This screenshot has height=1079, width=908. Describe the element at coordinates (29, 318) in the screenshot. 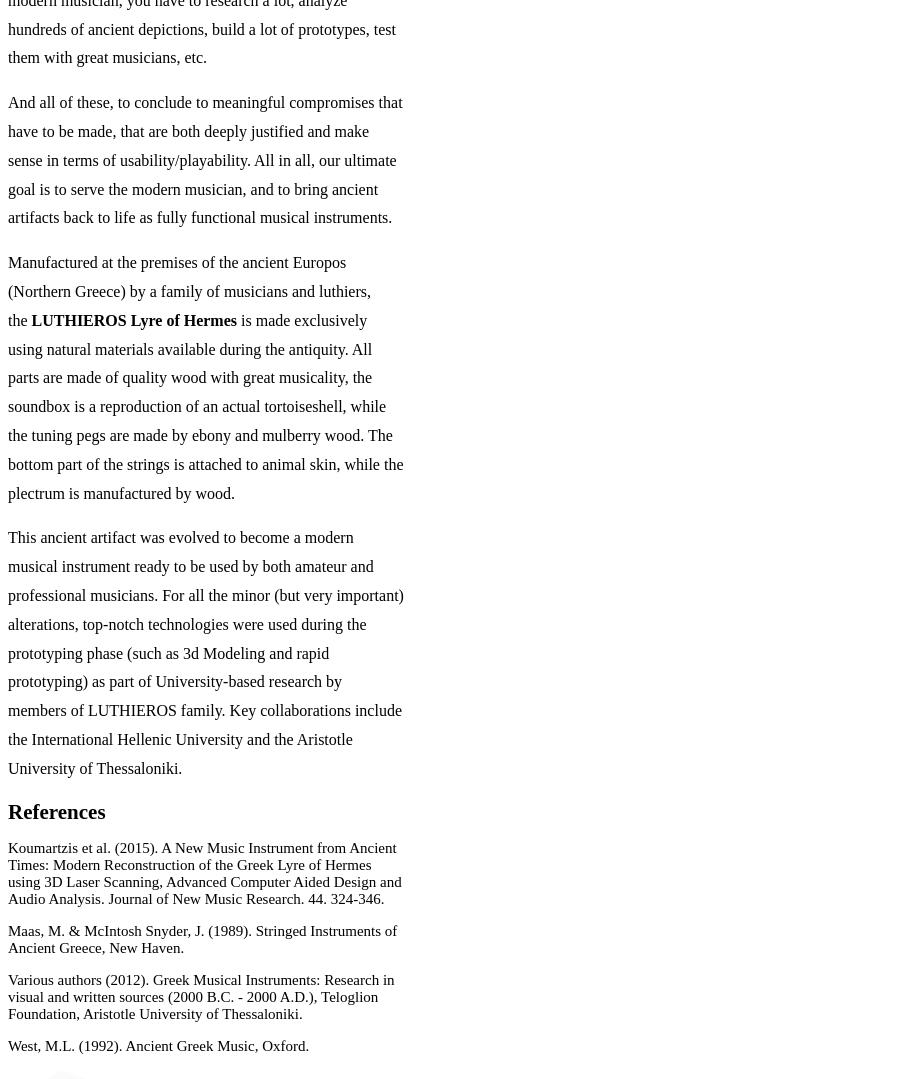

I see `'LUTHIEROS Lyre of Hermes'` at that location.